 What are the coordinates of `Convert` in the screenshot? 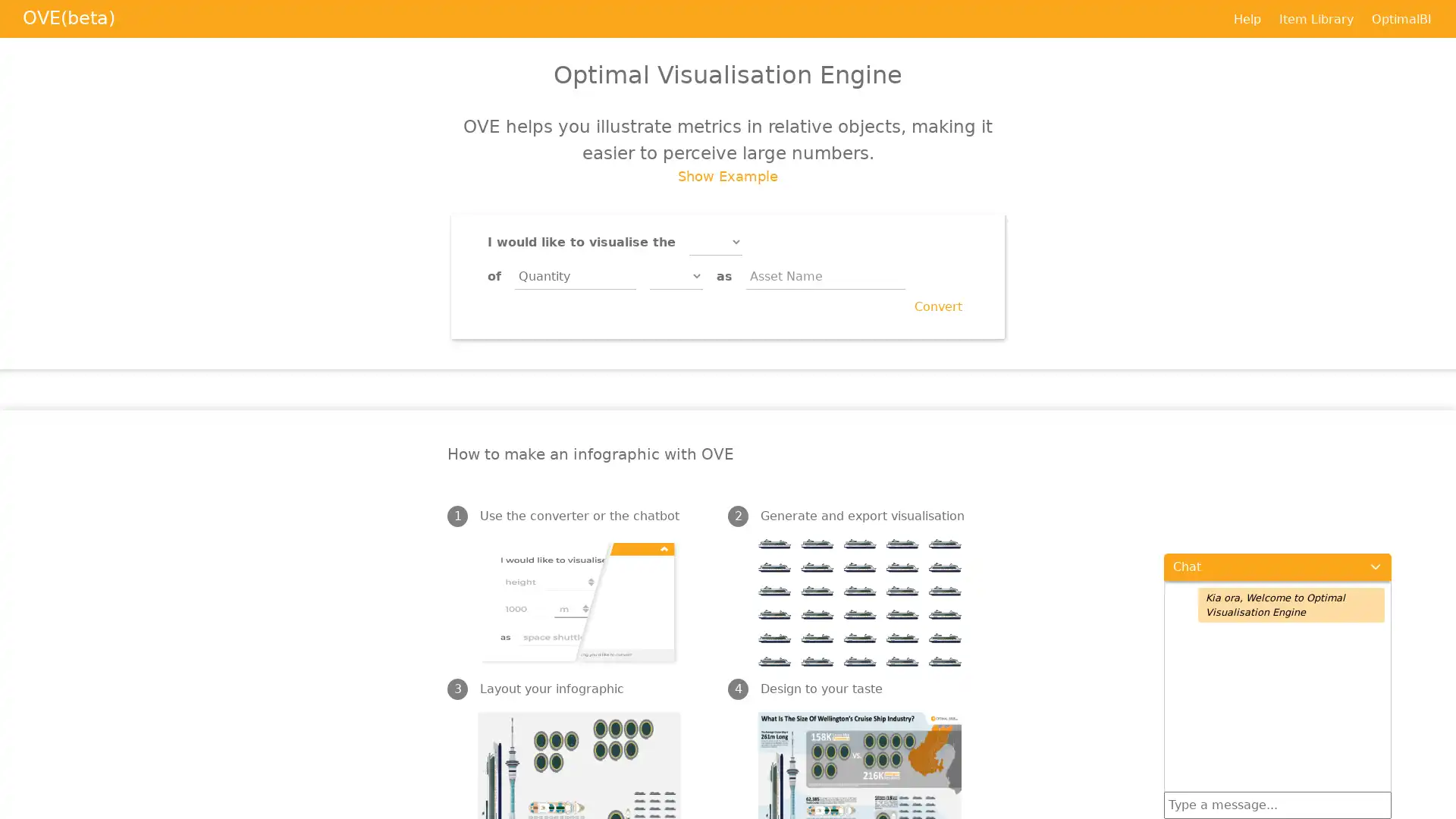 It's located at (937, 307).